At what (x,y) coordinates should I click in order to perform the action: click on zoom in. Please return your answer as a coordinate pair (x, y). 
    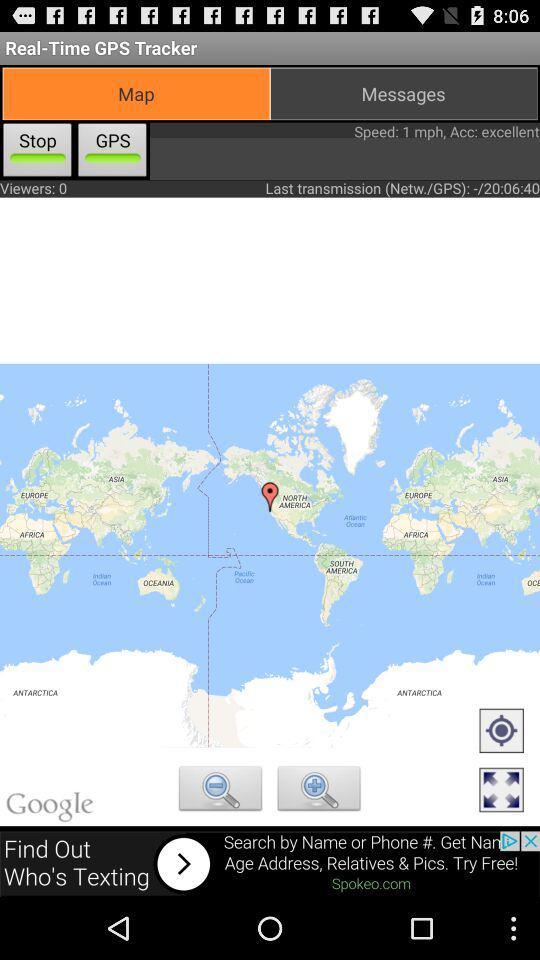
    Looking at the image, I should click on (319, 791).